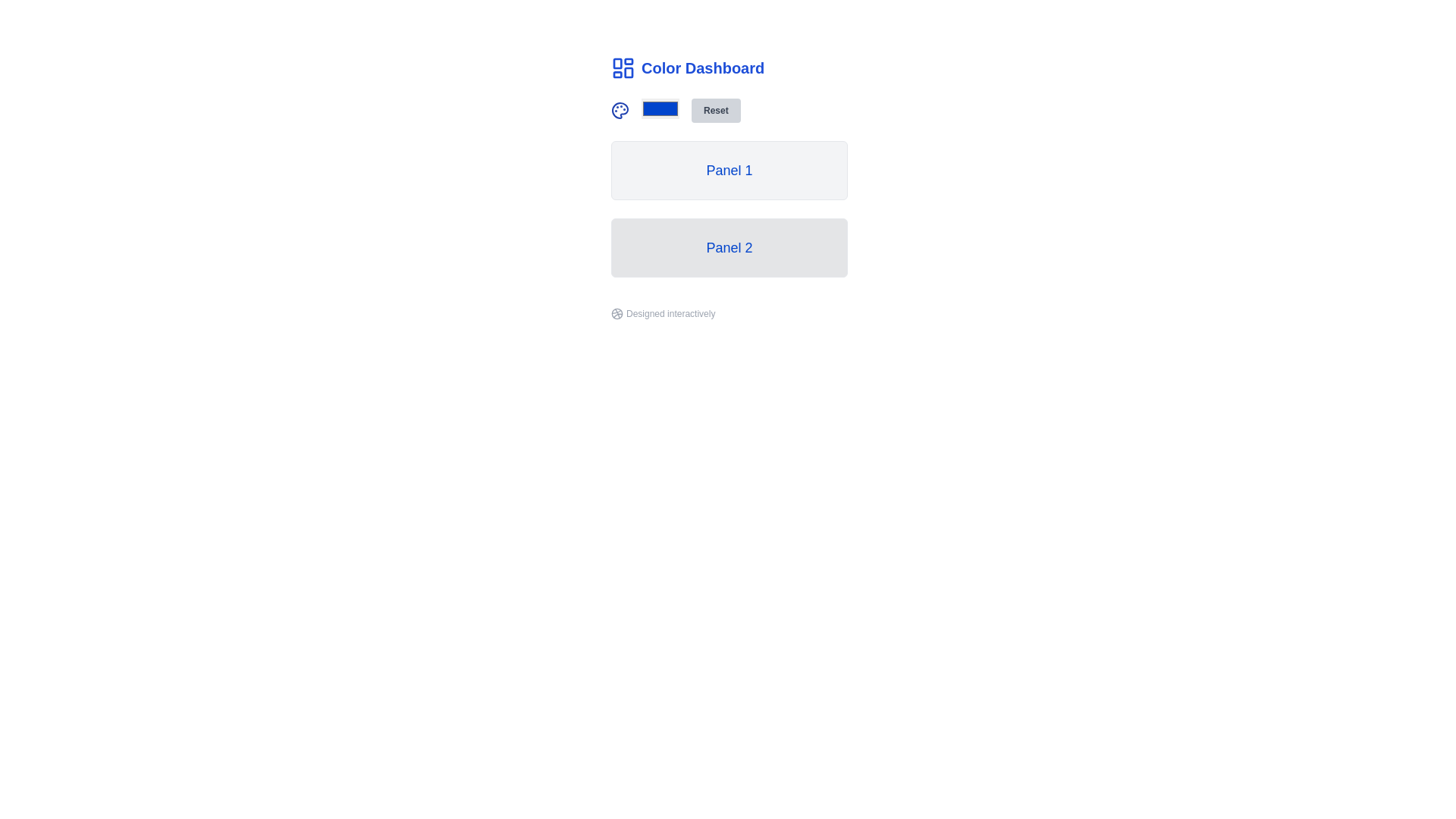 The width and height of the screenshot is (1456, 819). Describe the element at coordinates (729, 170) in the screenshot. I see `the rectangular panel with rounded corners and light gray background labeled 'Panel 1'` at that location.